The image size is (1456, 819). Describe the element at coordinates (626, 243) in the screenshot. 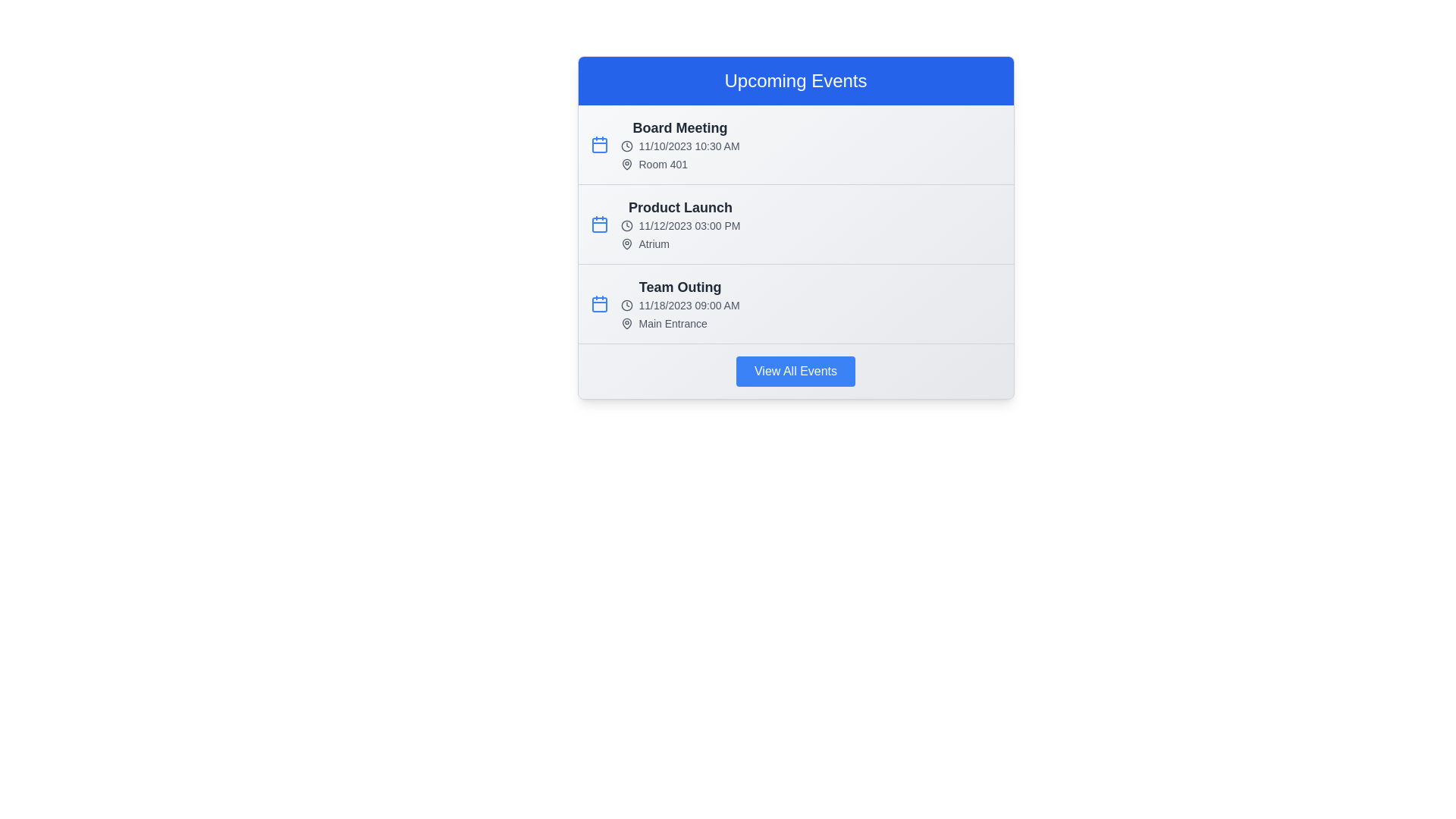

I see `the visual indicator icon located in the 'Product Launch' section, adjacent to the text 'Atrium' under the event date and time` at that location.